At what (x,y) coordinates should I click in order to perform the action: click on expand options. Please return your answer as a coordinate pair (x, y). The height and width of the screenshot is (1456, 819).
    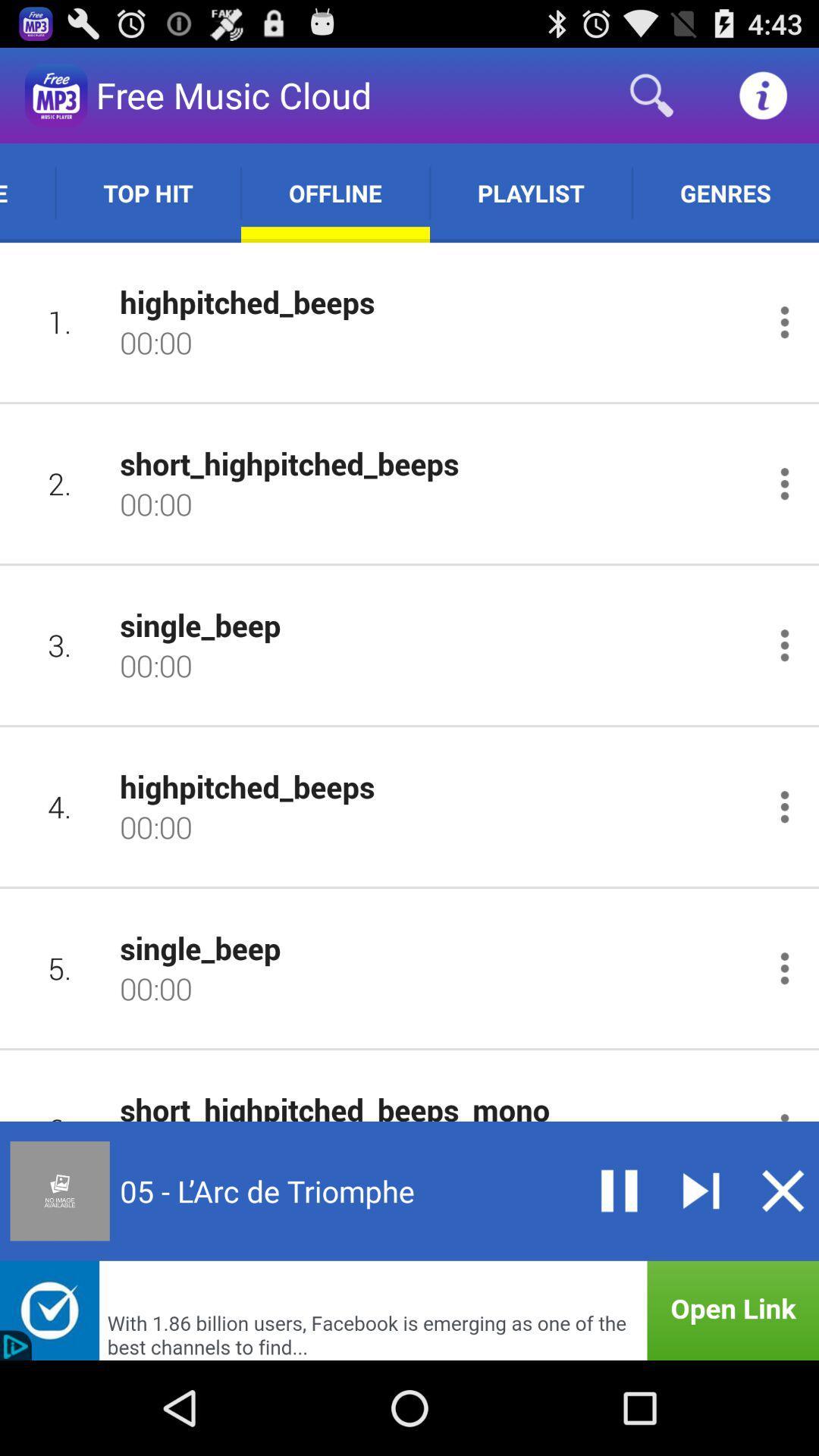
    Looking at the image, I should click on (784, 968).